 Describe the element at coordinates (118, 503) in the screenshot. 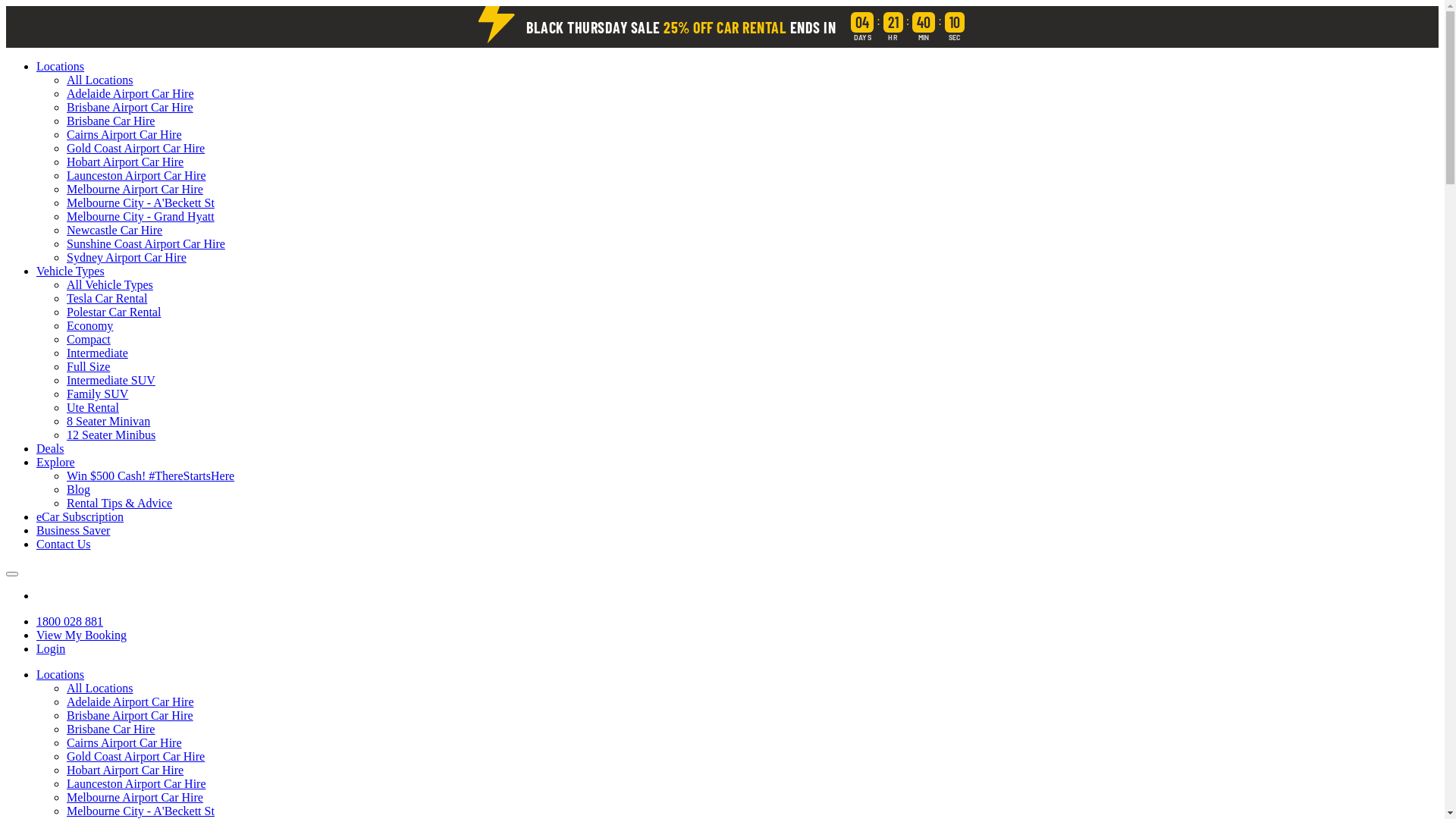

I see `'Rental Tips & Advice'` at that location.